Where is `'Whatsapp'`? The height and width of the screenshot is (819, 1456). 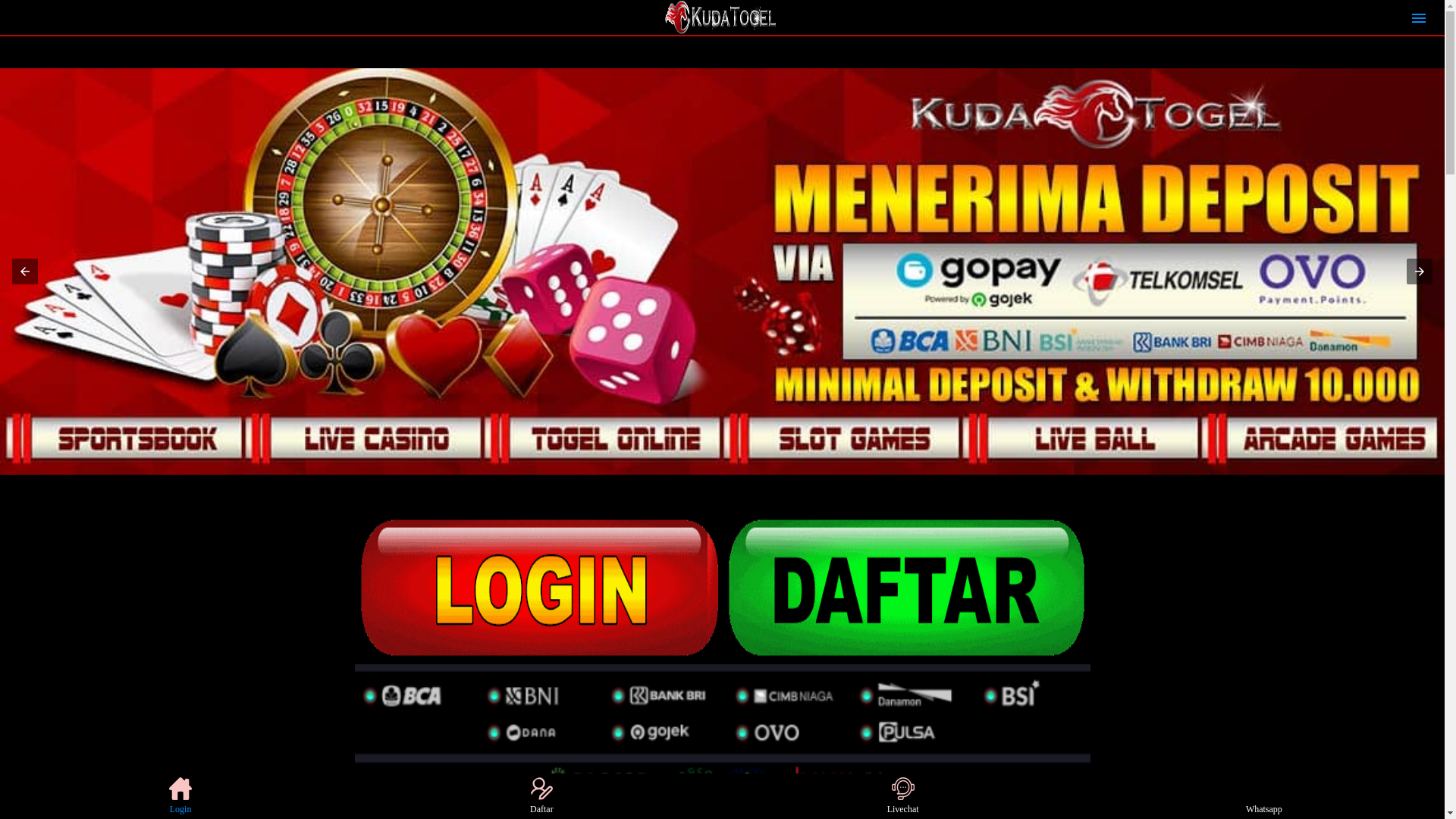
'Whatsapp' is located at coordinates (1263, 795).